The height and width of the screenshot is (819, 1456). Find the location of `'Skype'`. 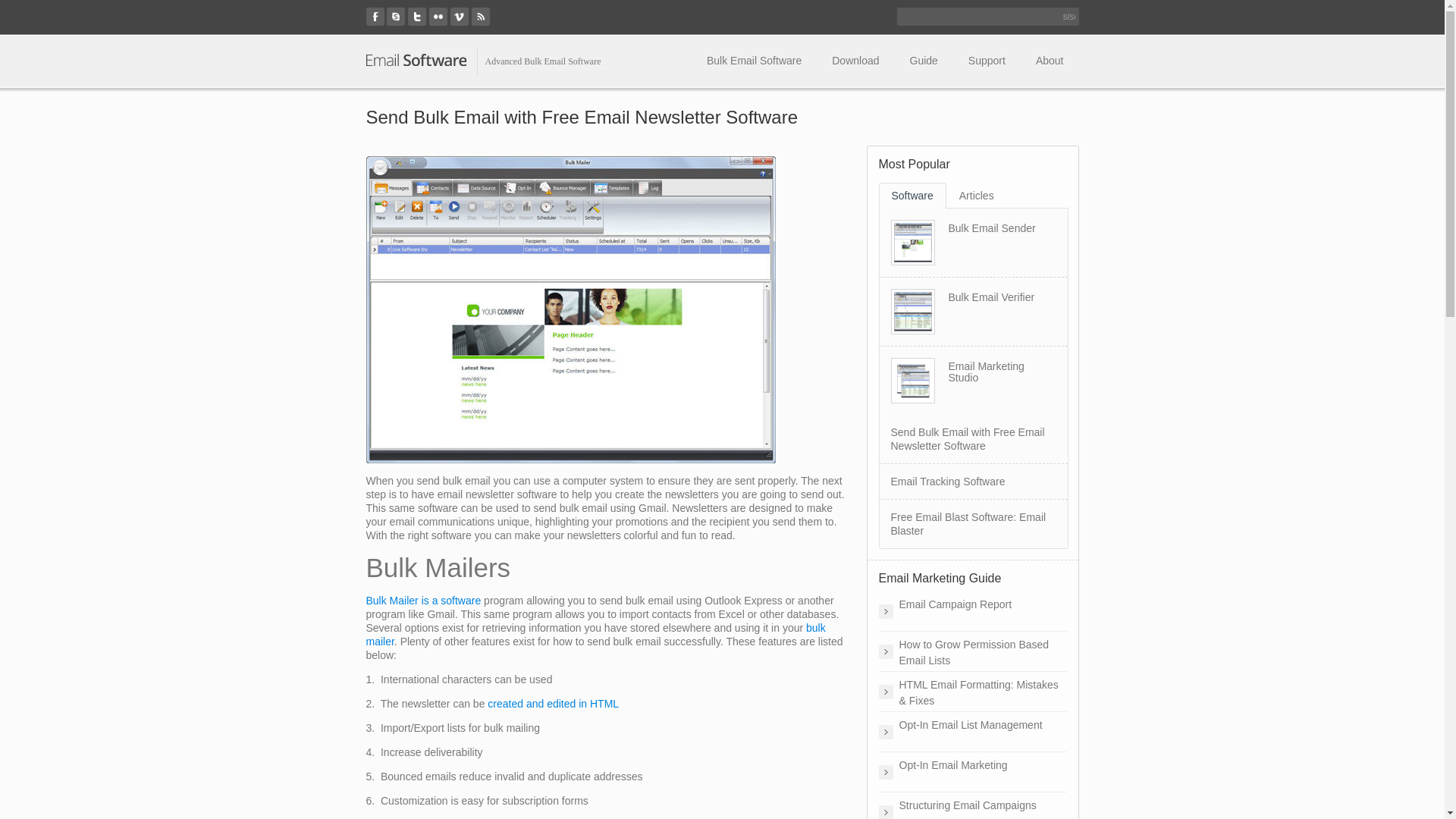

'Skype' is located at coordinates (396, 17).